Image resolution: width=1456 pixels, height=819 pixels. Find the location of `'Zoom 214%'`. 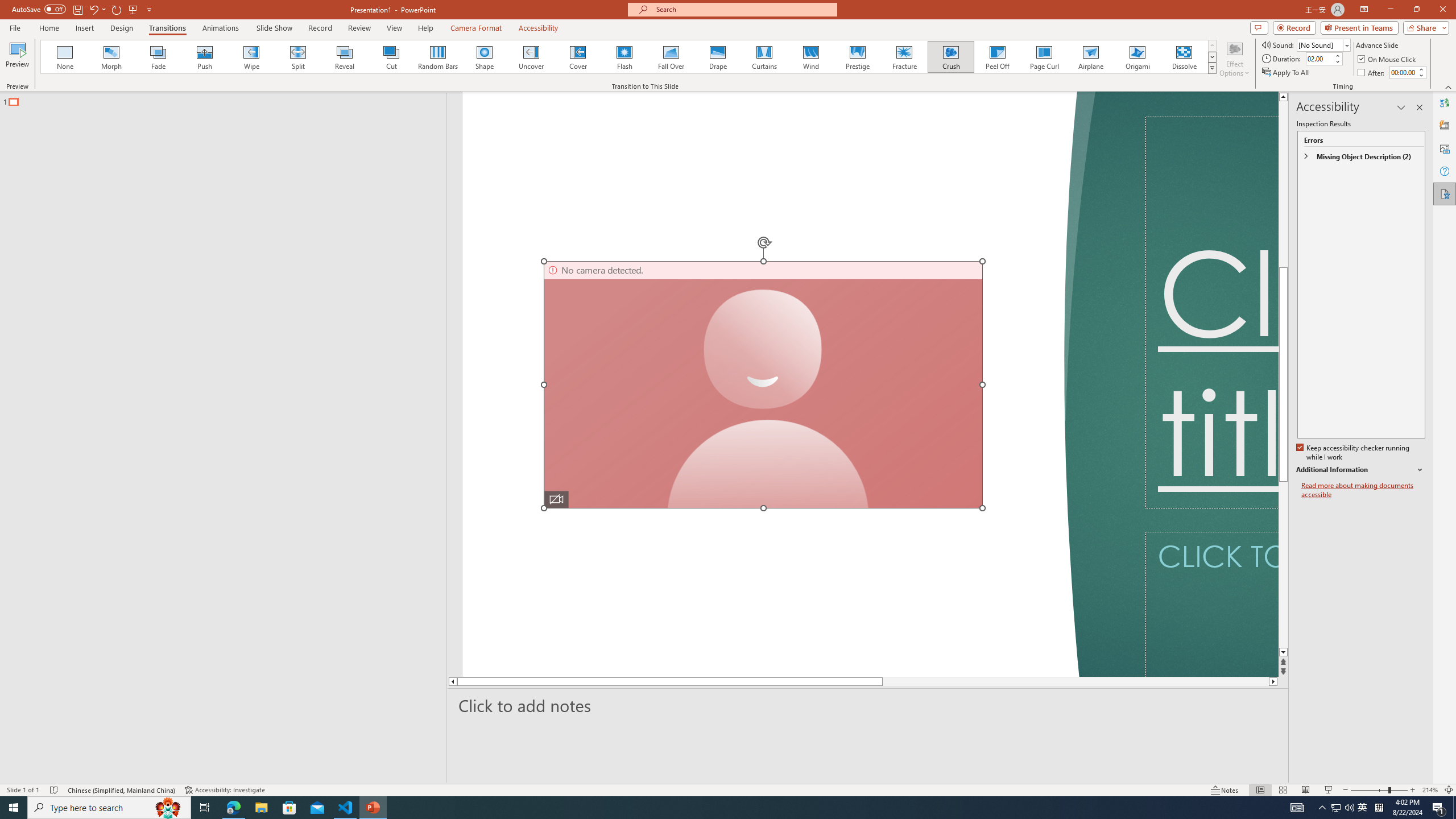

'Zoom 214%' is located at coordinates (1430, 790).